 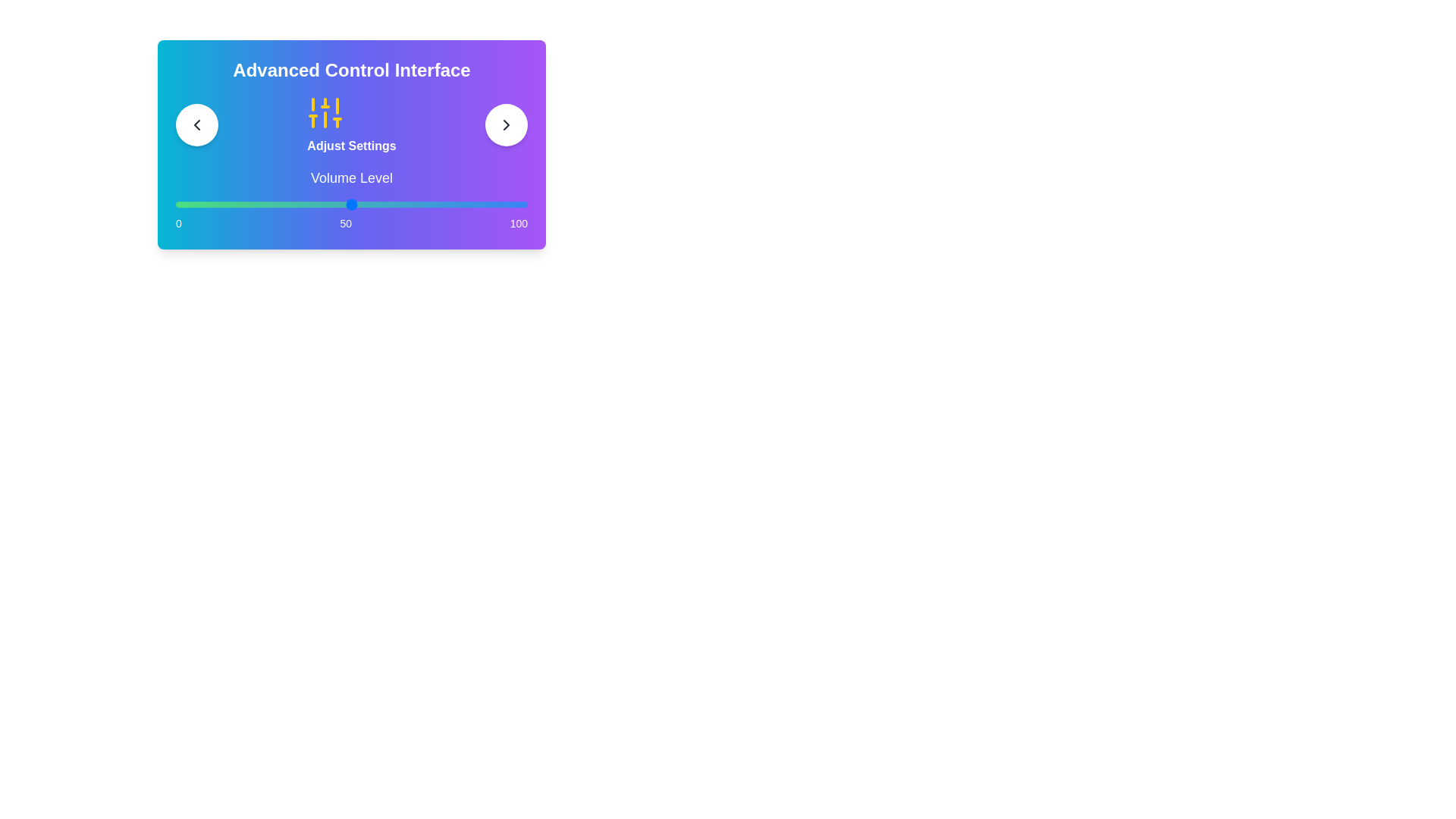 I want to click on the slider to set the value to 76, so click(x=442, y=205).